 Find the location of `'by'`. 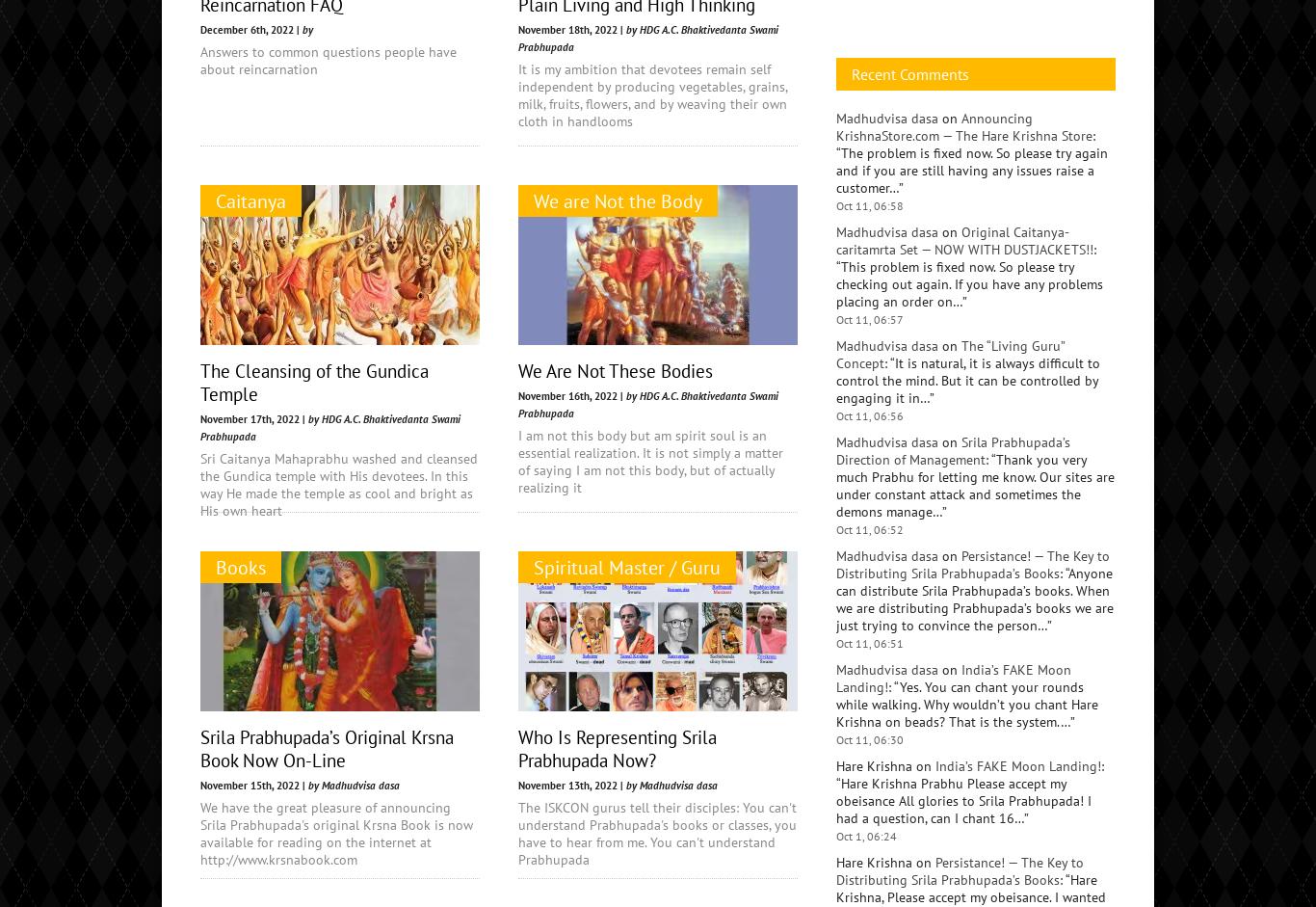

'by' is located at coordinates (307, 29).